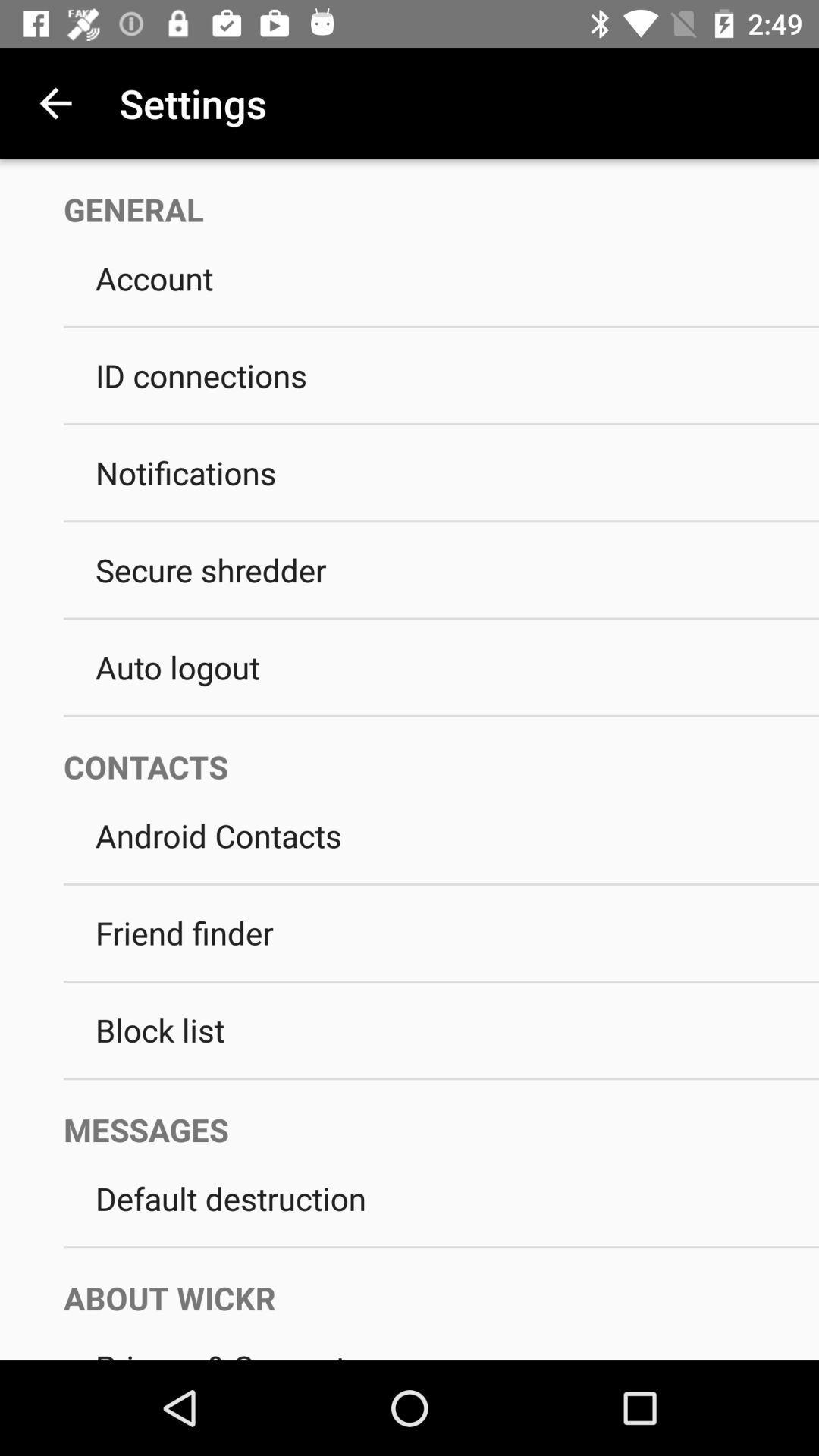 The image size is (819, 1456). Describe the element at coordinates (441, 278) in the screenshot. I see `item below the general item` at that location.